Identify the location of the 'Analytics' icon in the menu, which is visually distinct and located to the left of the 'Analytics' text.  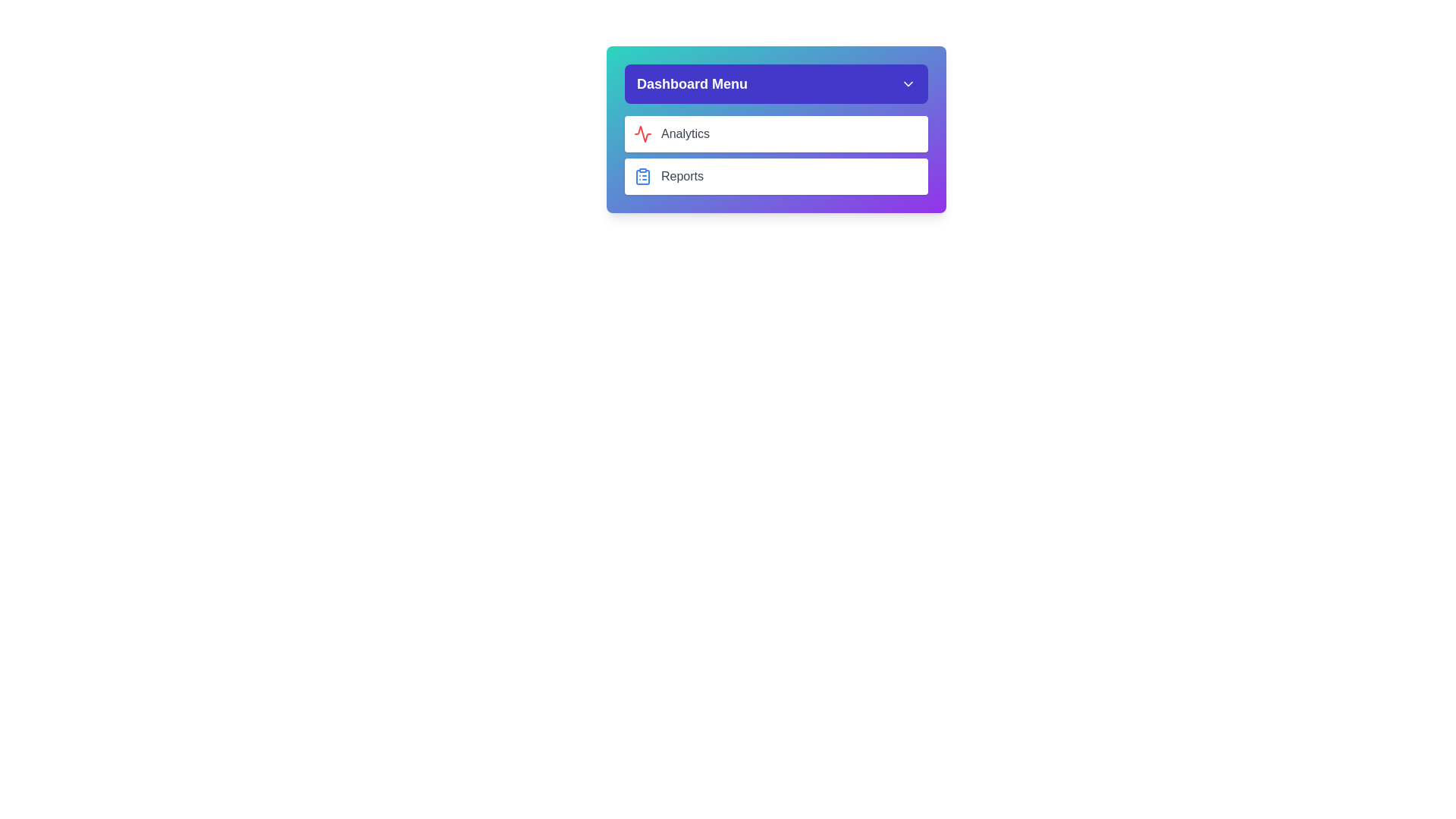
(643, 133).